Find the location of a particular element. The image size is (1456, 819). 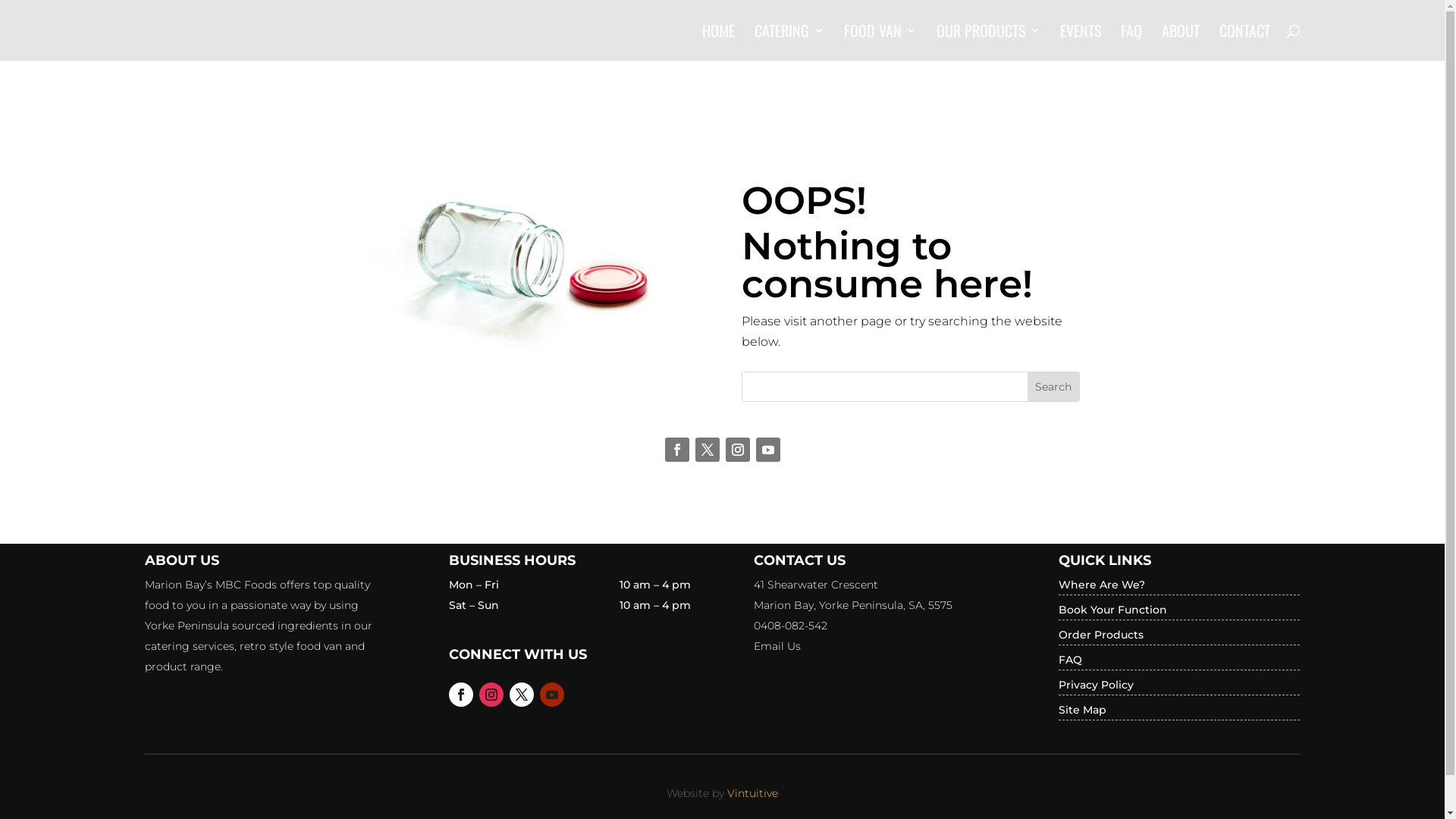

'Follow on Twitter' is located at coordinates (705, 449).